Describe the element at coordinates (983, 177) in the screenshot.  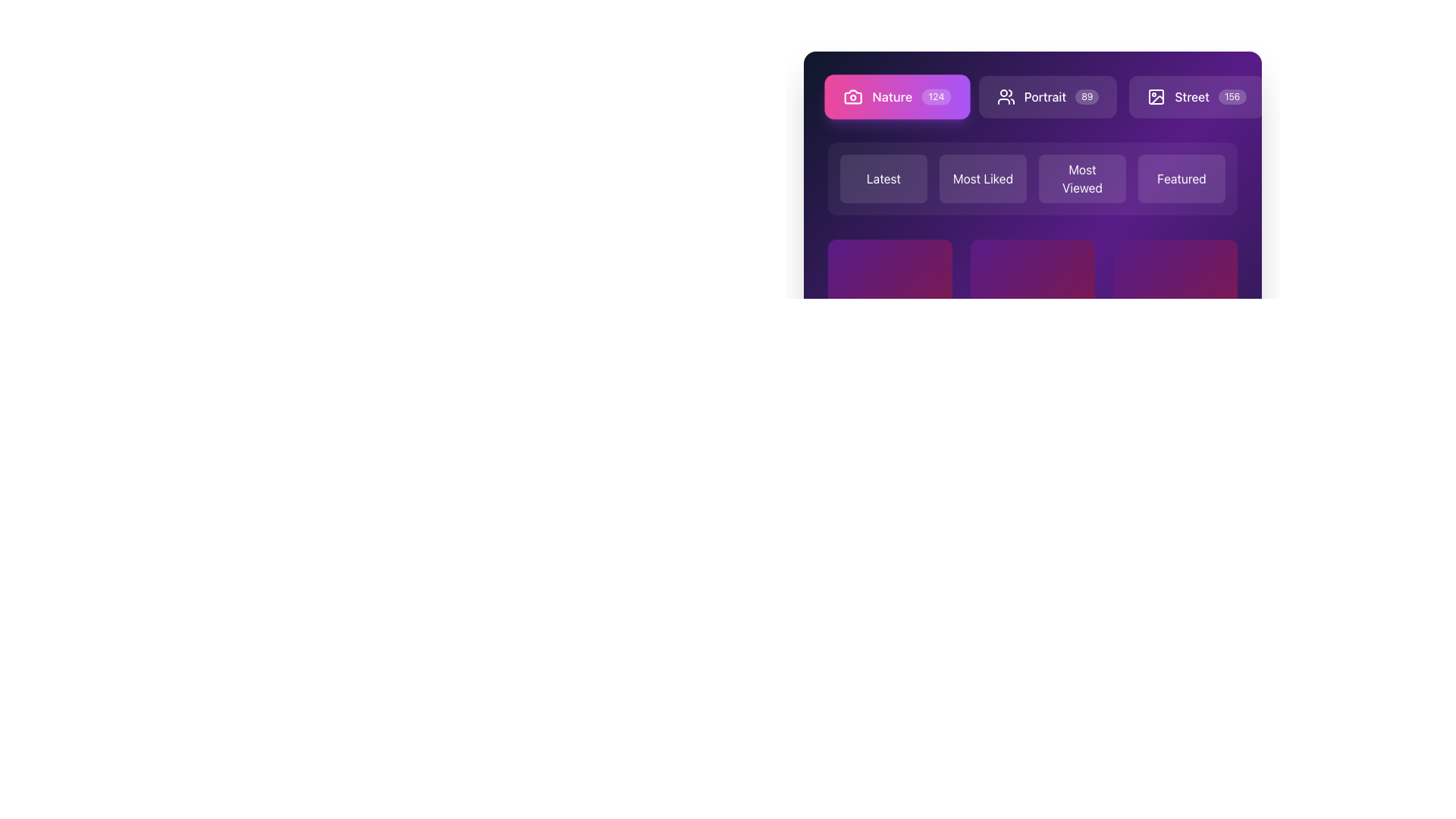
I see `the 'Most Liked' button, which is a text button with rounded corners and a semi-transparent background, located near the top-center of the interface, following the 'Latest' button` at that location.